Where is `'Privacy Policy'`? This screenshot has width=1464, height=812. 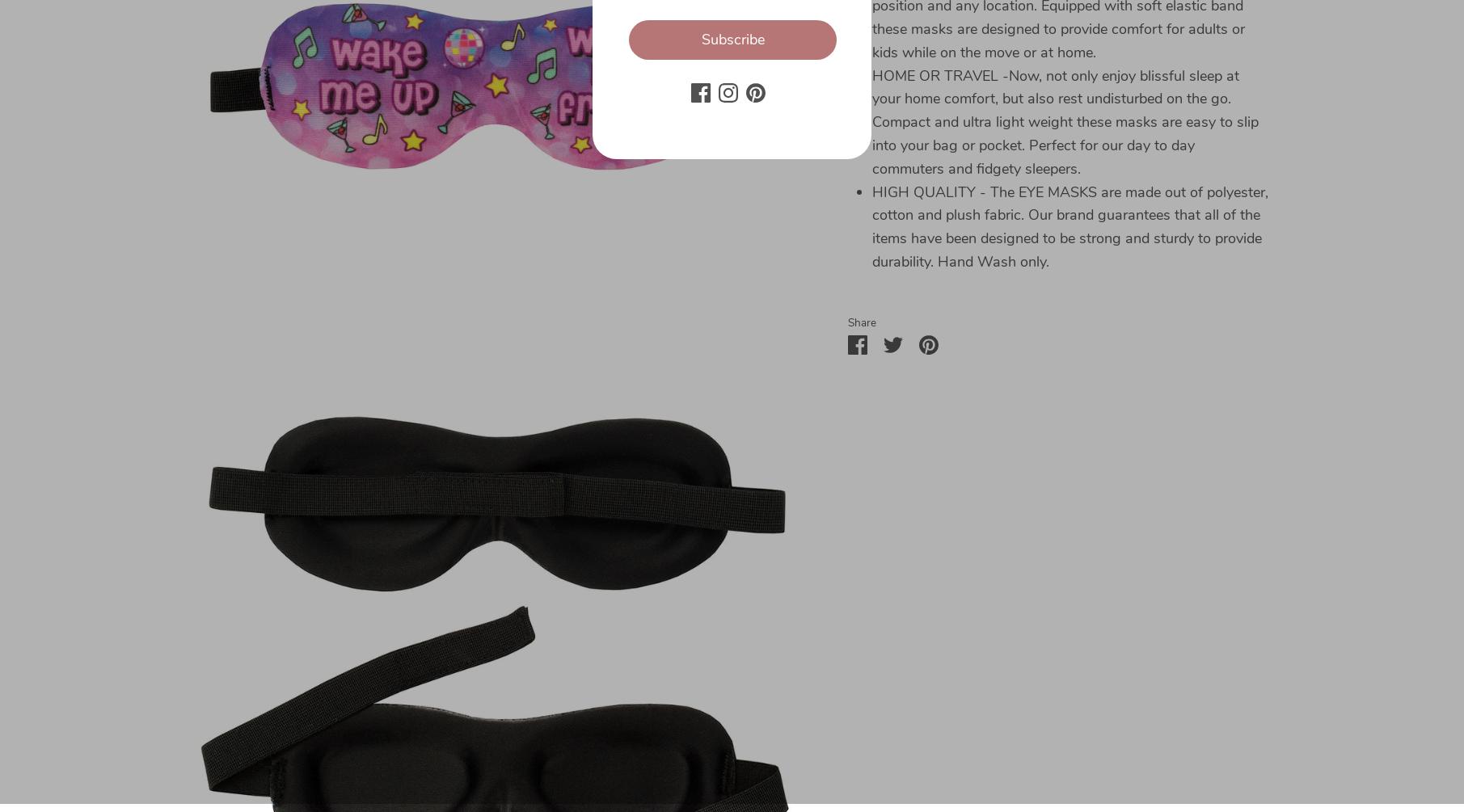 'Privacy Policy' is located at coordinates (129, 606).